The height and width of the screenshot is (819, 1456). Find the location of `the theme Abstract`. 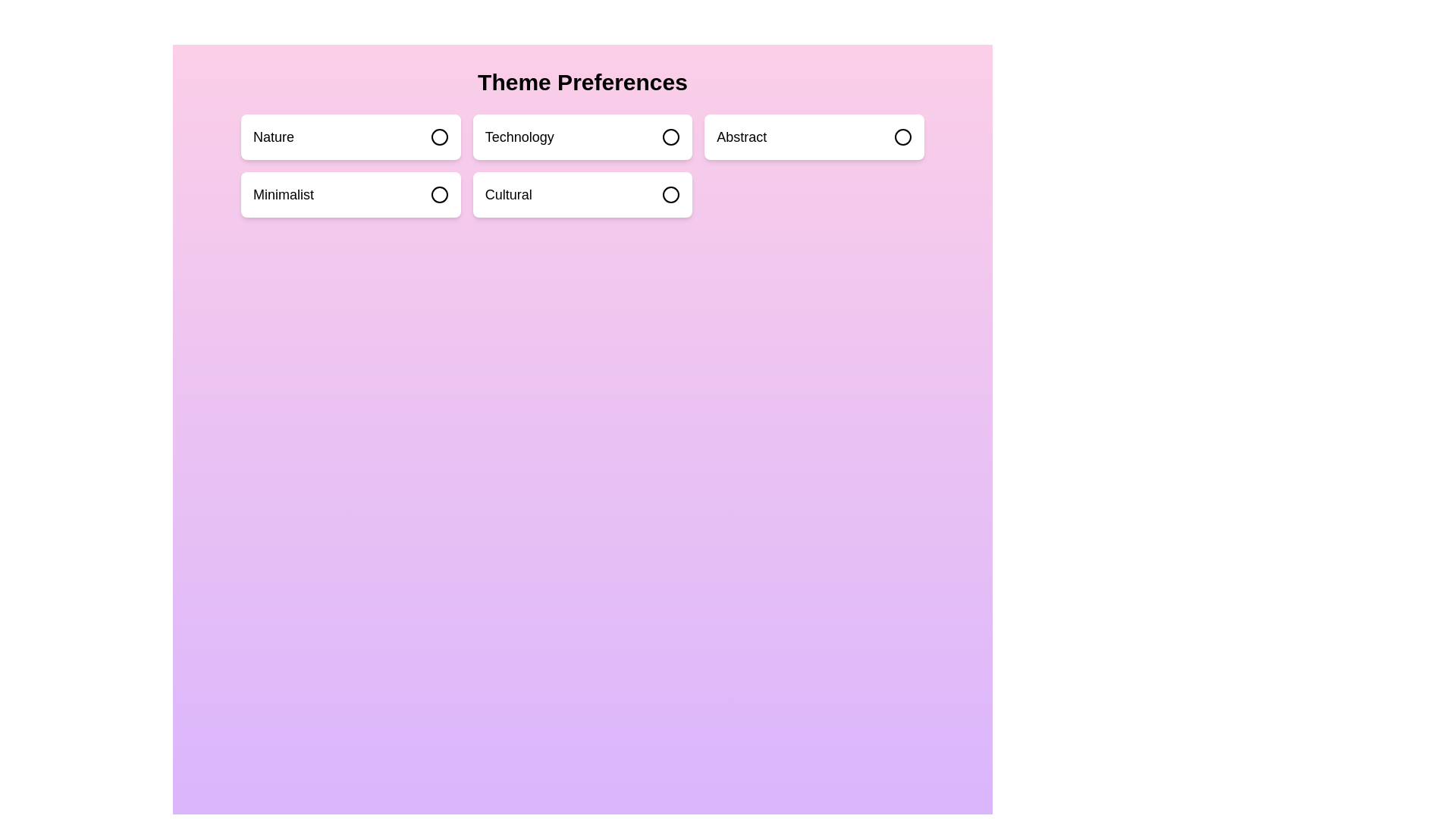

the theme Abstract is located at coordinates (814, 137).